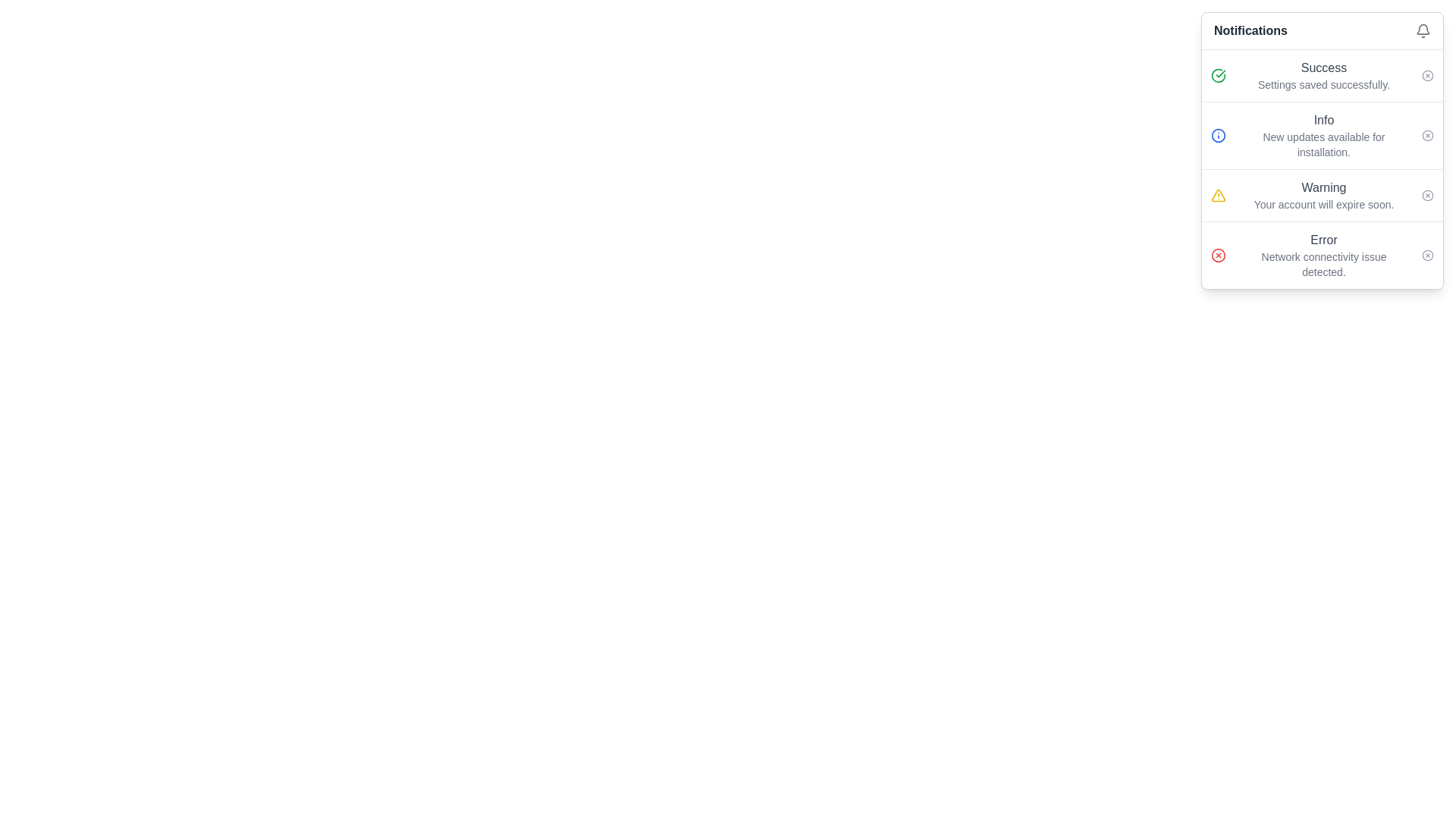 This screenshot has width=1456, height=819. Describe the element at coordinates (1321, 134) in the screenshot. I see `the dismiss icon of the second notification item in the vertically stacked list of notifications` at that location.